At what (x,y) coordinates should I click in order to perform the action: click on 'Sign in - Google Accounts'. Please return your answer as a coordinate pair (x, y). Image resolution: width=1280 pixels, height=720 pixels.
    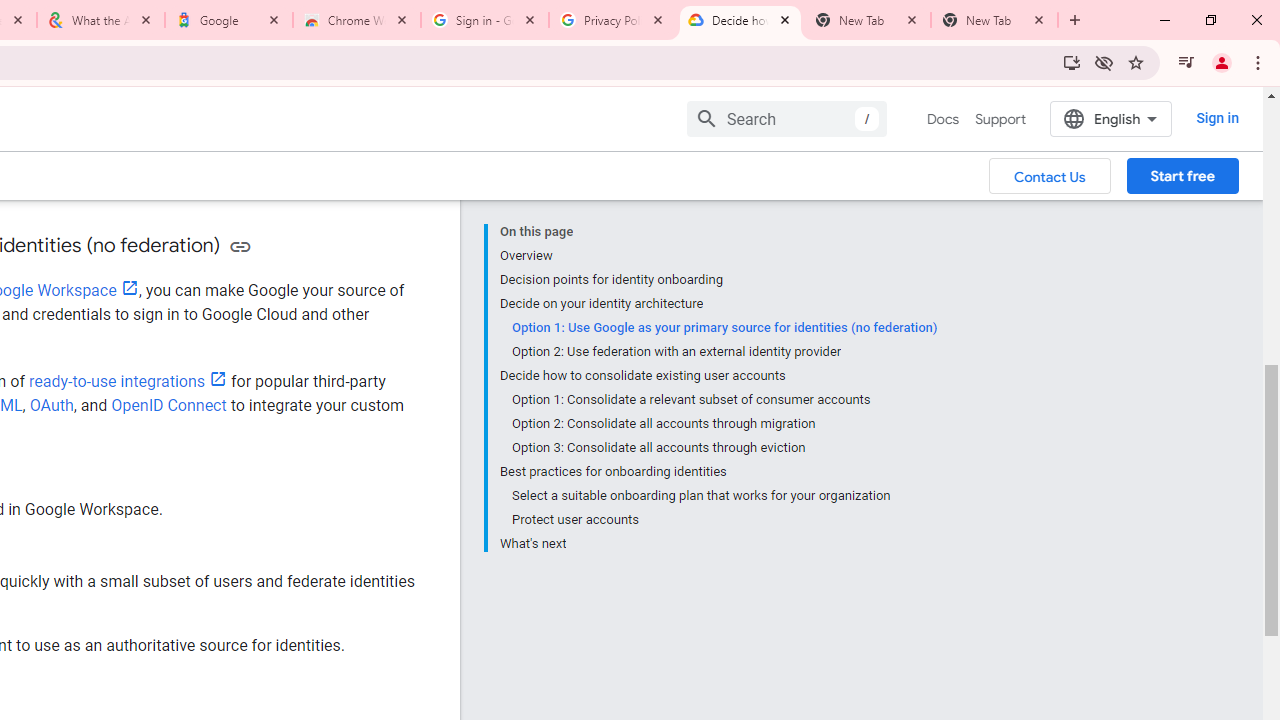
    Looking at the image, I should click on (485, 20).